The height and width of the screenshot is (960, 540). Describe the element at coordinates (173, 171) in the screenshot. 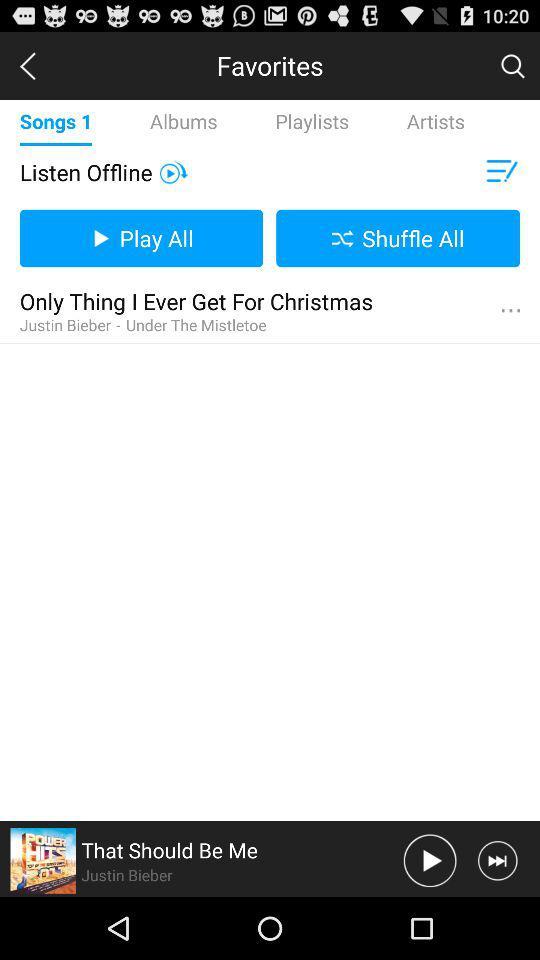

I see `video on buton` at that location.